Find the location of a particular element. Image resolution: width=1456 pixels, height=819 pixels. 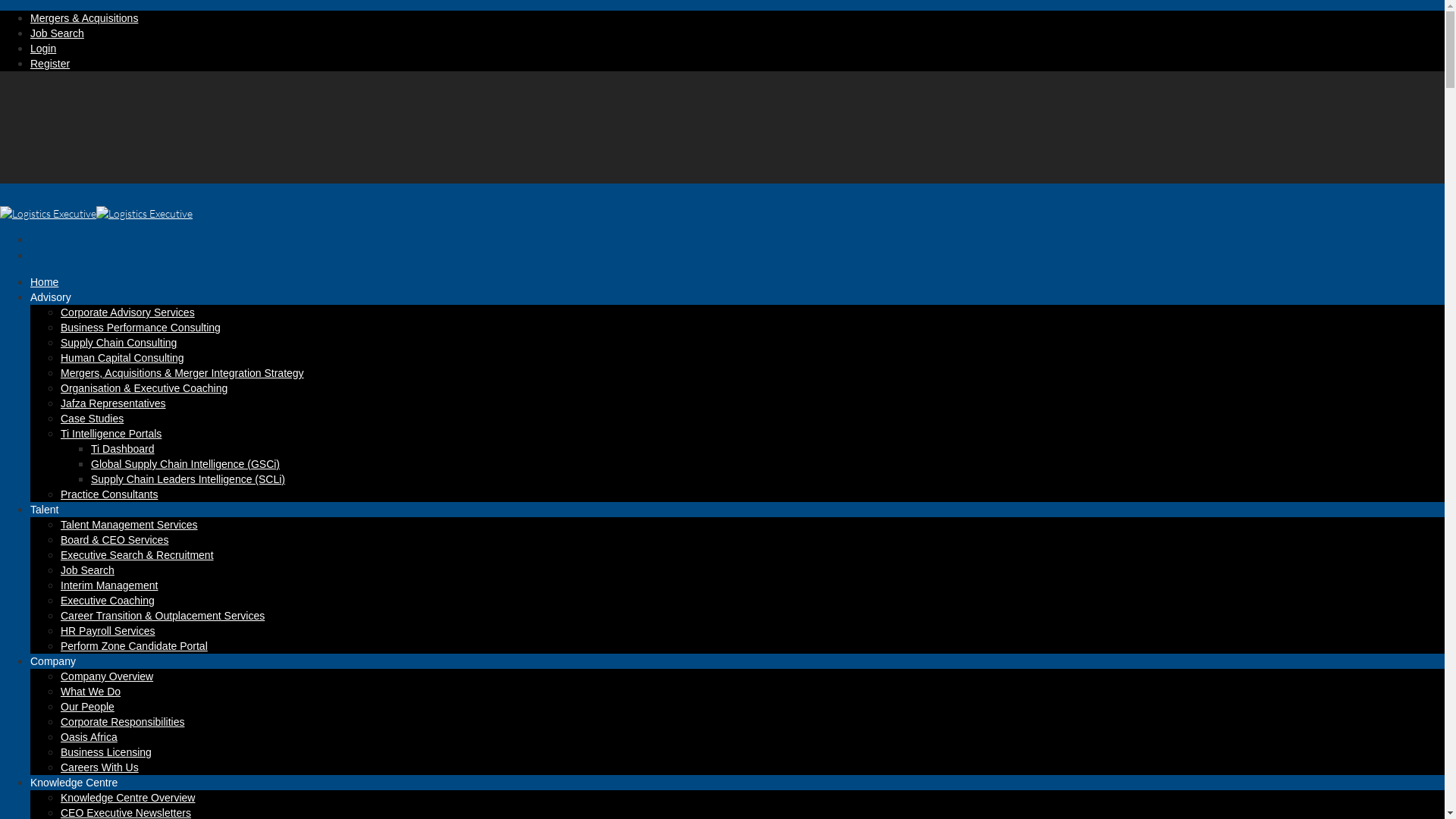

'Talent' is located at coordinates (44, 519).